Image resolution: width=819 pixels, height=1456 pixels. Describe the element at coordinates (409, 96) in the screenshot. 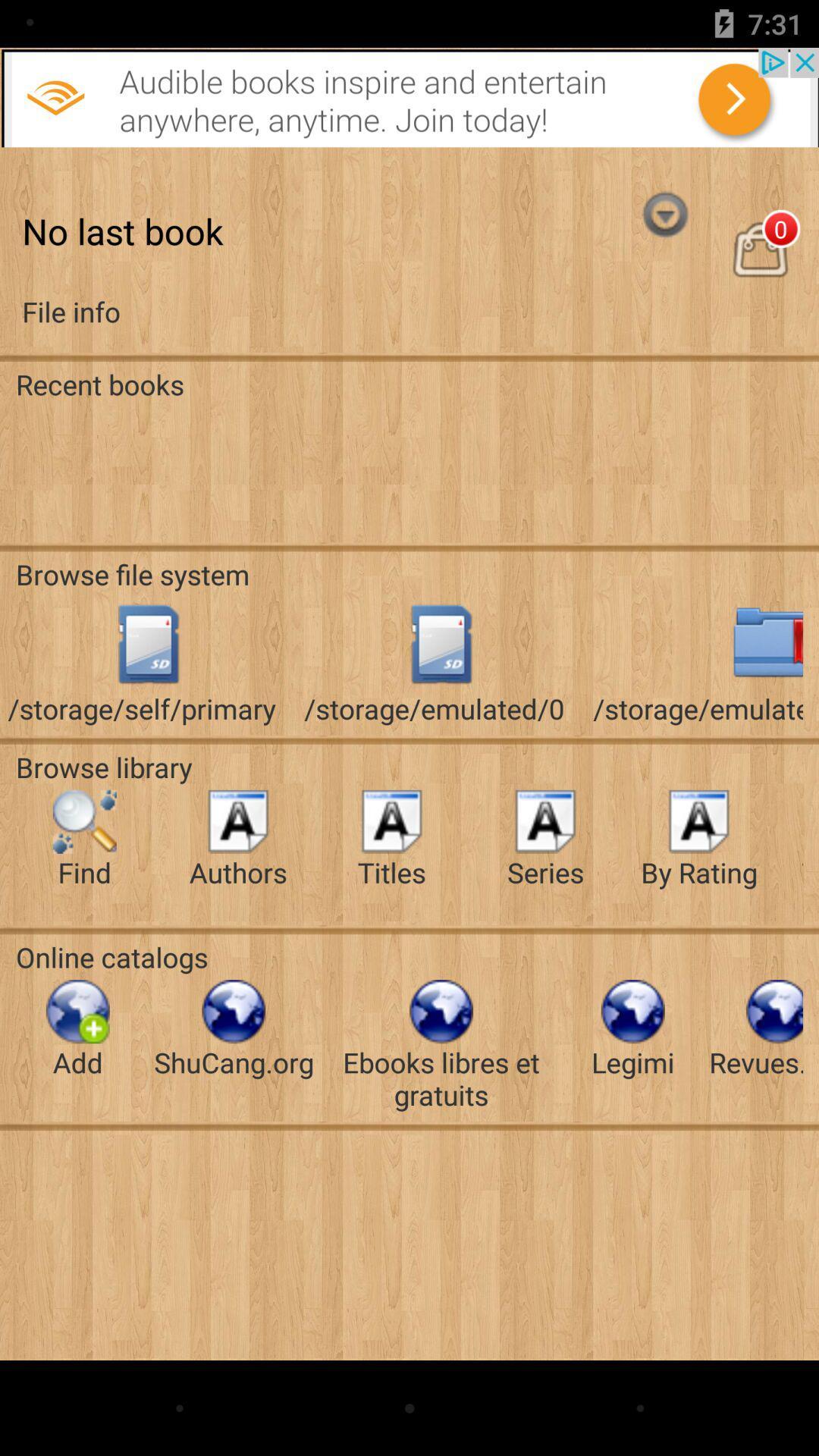

I see `advertisement page` at that location.